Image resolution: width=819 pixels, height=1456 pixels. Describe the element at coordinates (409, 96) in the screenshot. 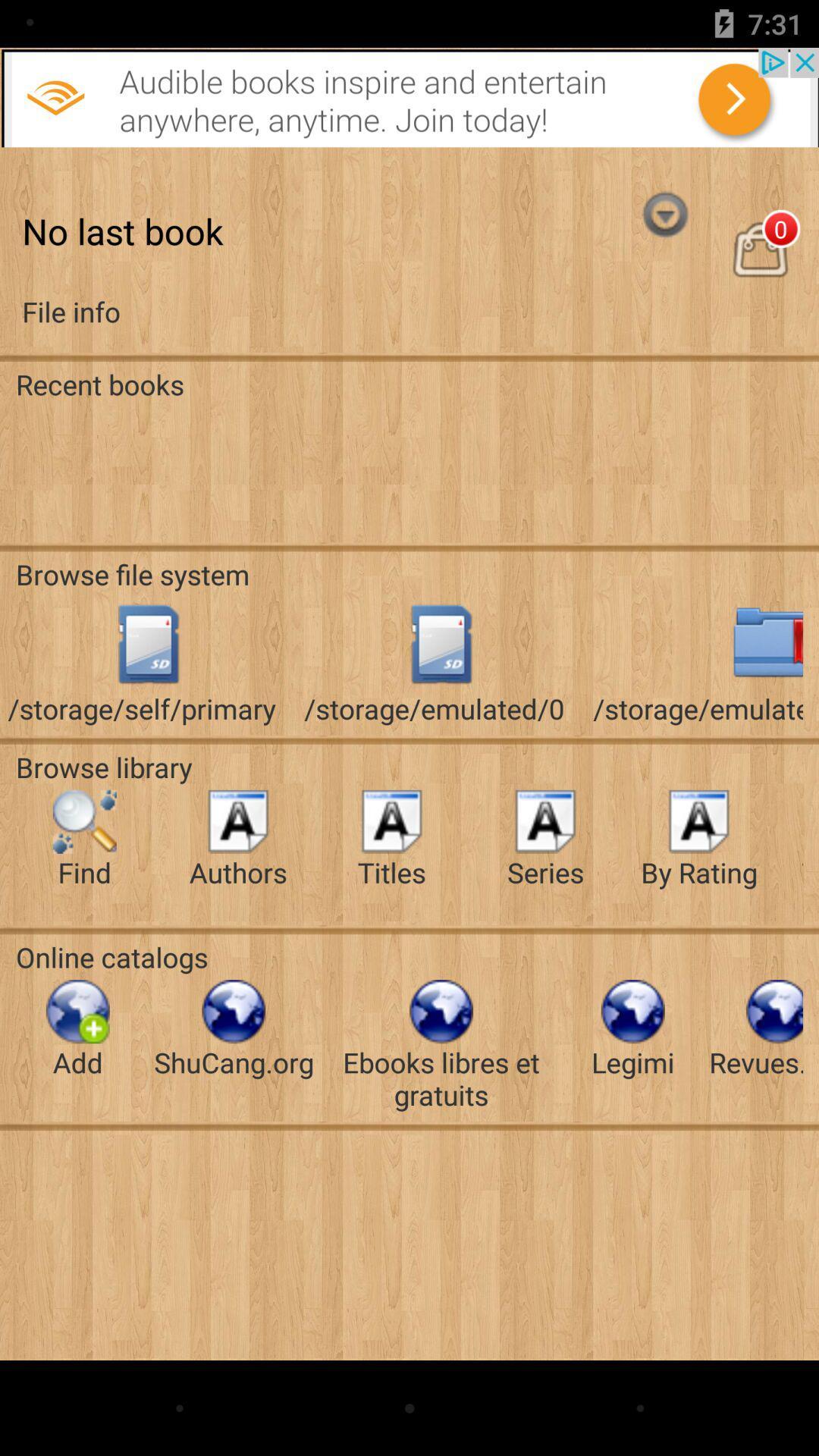

I see `advertisement page` at that location.